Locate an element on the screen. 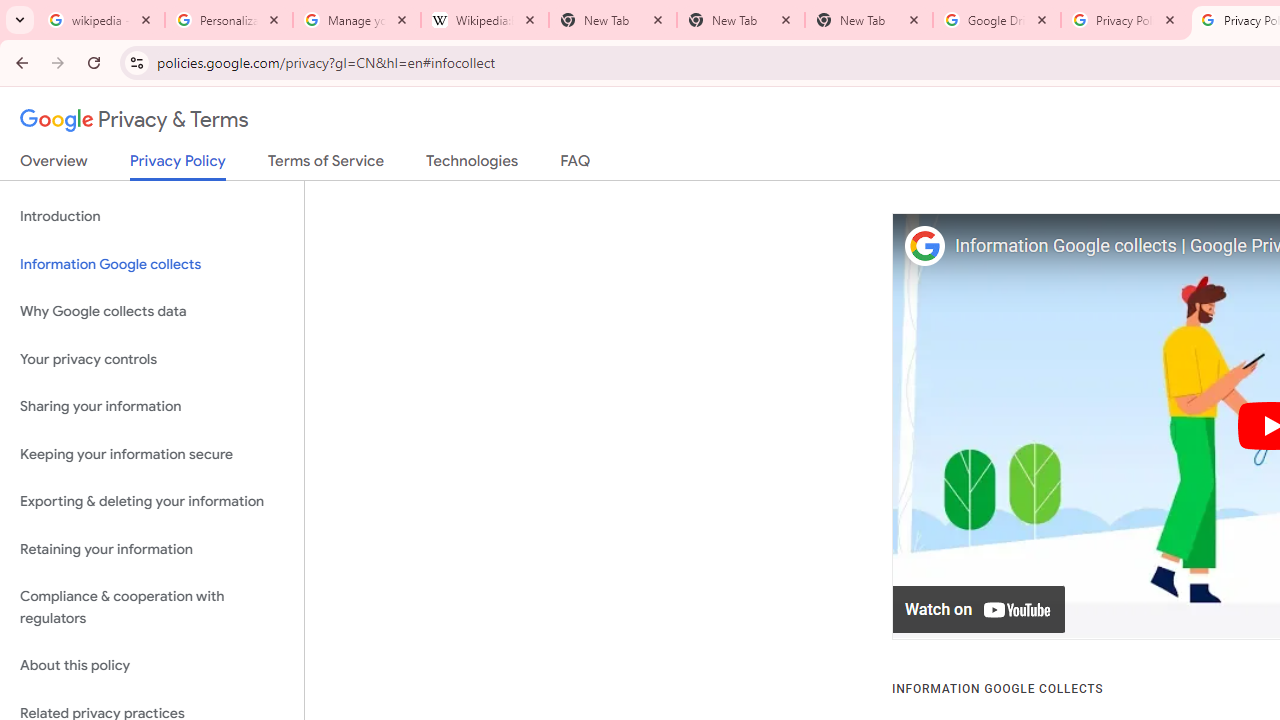 Image resolution: width=1280 pixels, height=720 pixels. 'Introduction' is located at coordinates (151, 217).